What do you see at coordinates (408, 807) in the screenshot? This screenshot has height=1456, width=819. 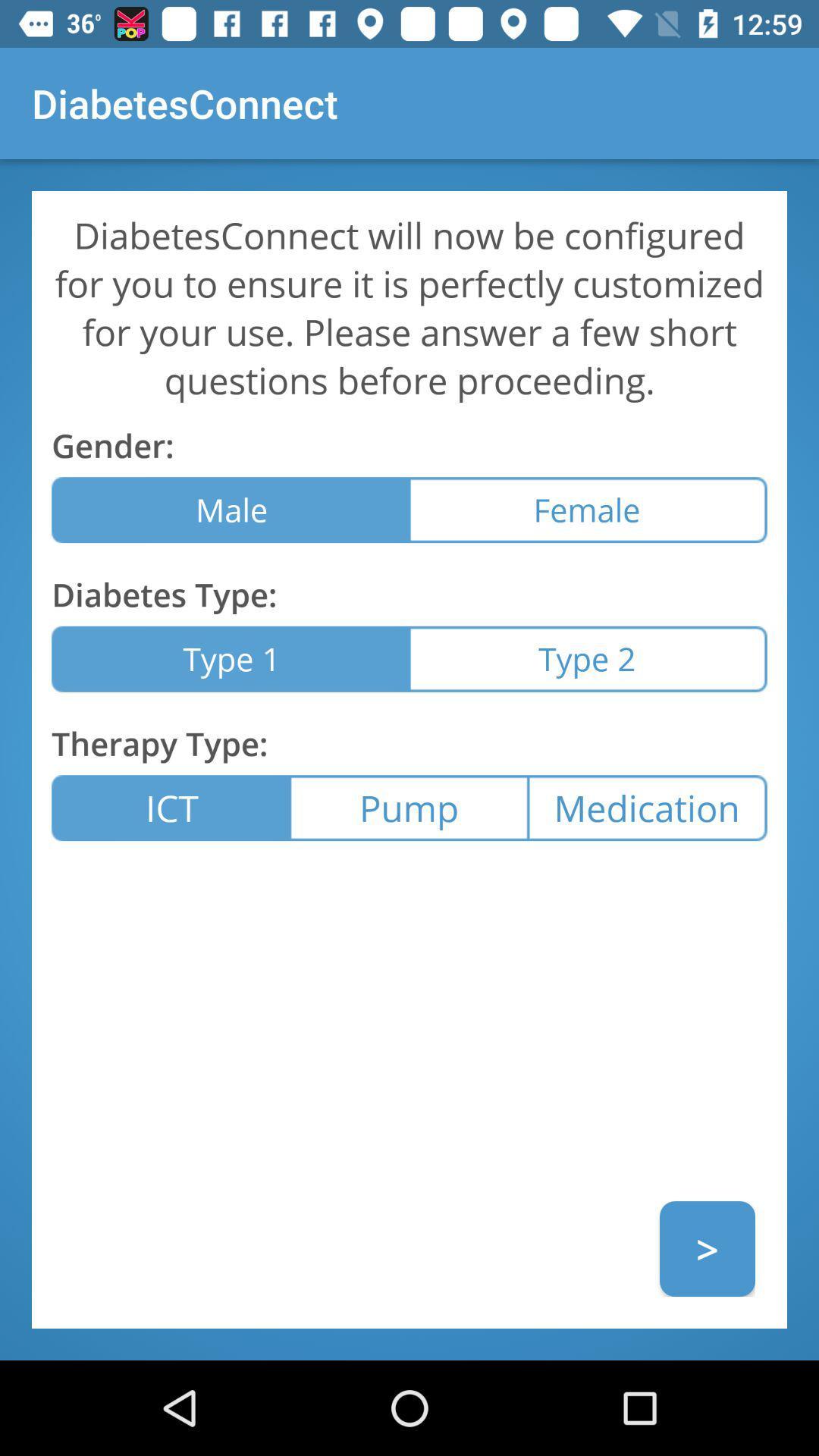 I see `icon next to ict item` at bounding box center [408, 807].